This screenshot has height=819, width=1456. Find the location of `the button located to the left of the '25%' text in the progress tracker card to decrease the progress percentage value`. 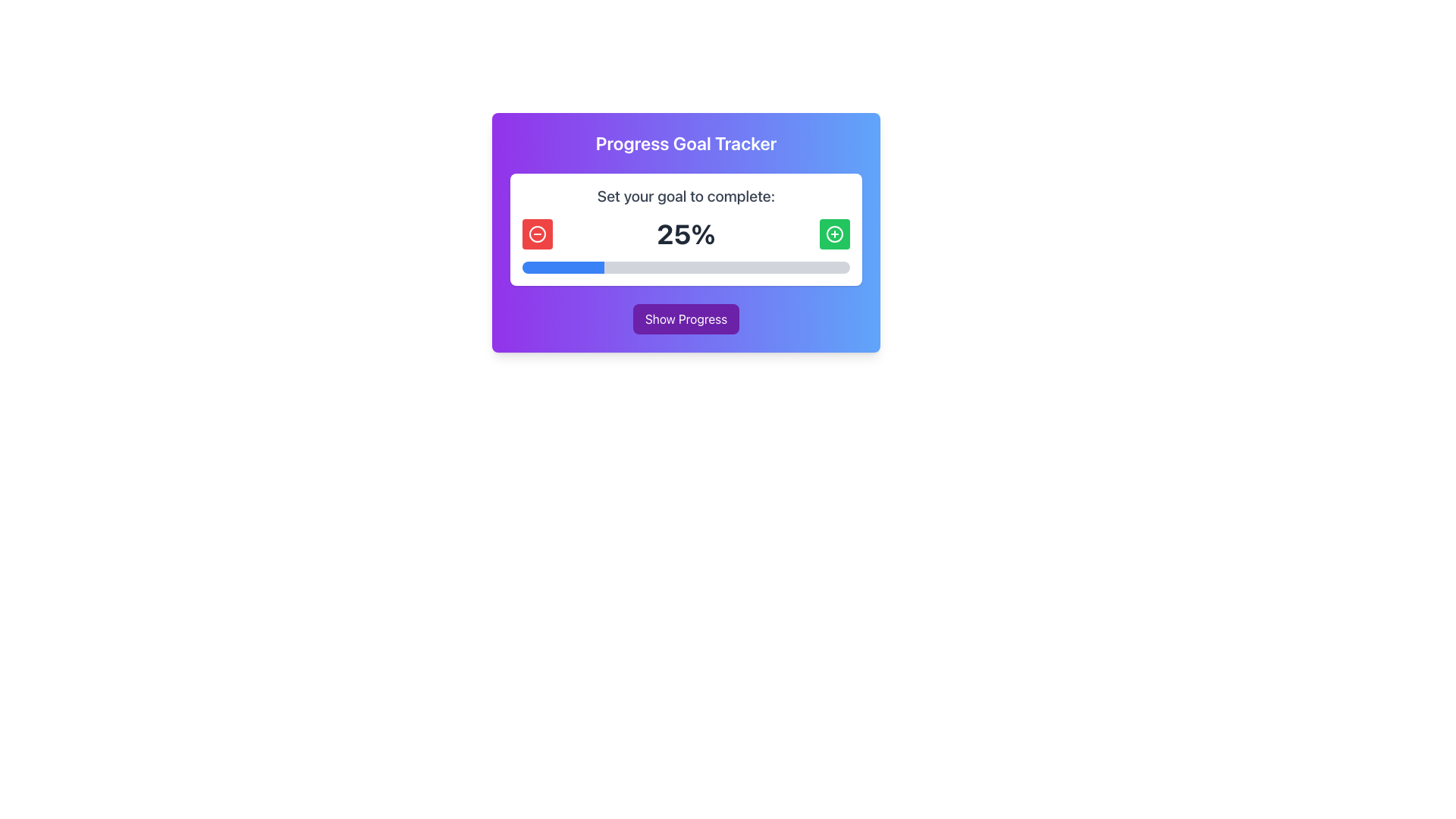

the button located to the left of the '25%' text in the progress tracker card to decrease the progress percentage value is located at coordinates (538, 234).